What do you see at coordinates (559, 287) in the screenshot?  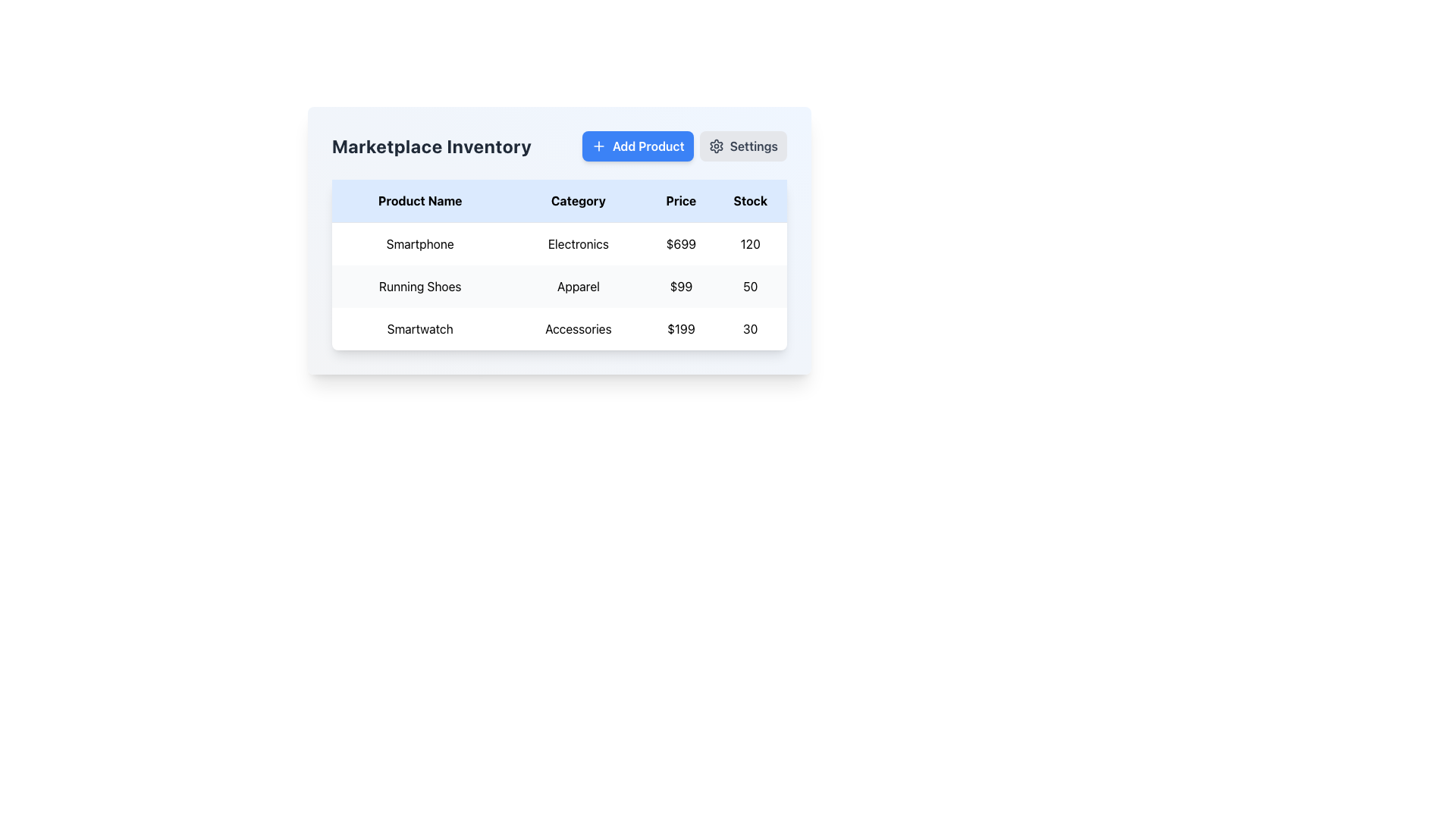 I see `to select the second row in the product table, which displays structured information about a product, positioned between the rows for 'Smartphone' and 'Smartwatch'` at bounding box center [559, 287].